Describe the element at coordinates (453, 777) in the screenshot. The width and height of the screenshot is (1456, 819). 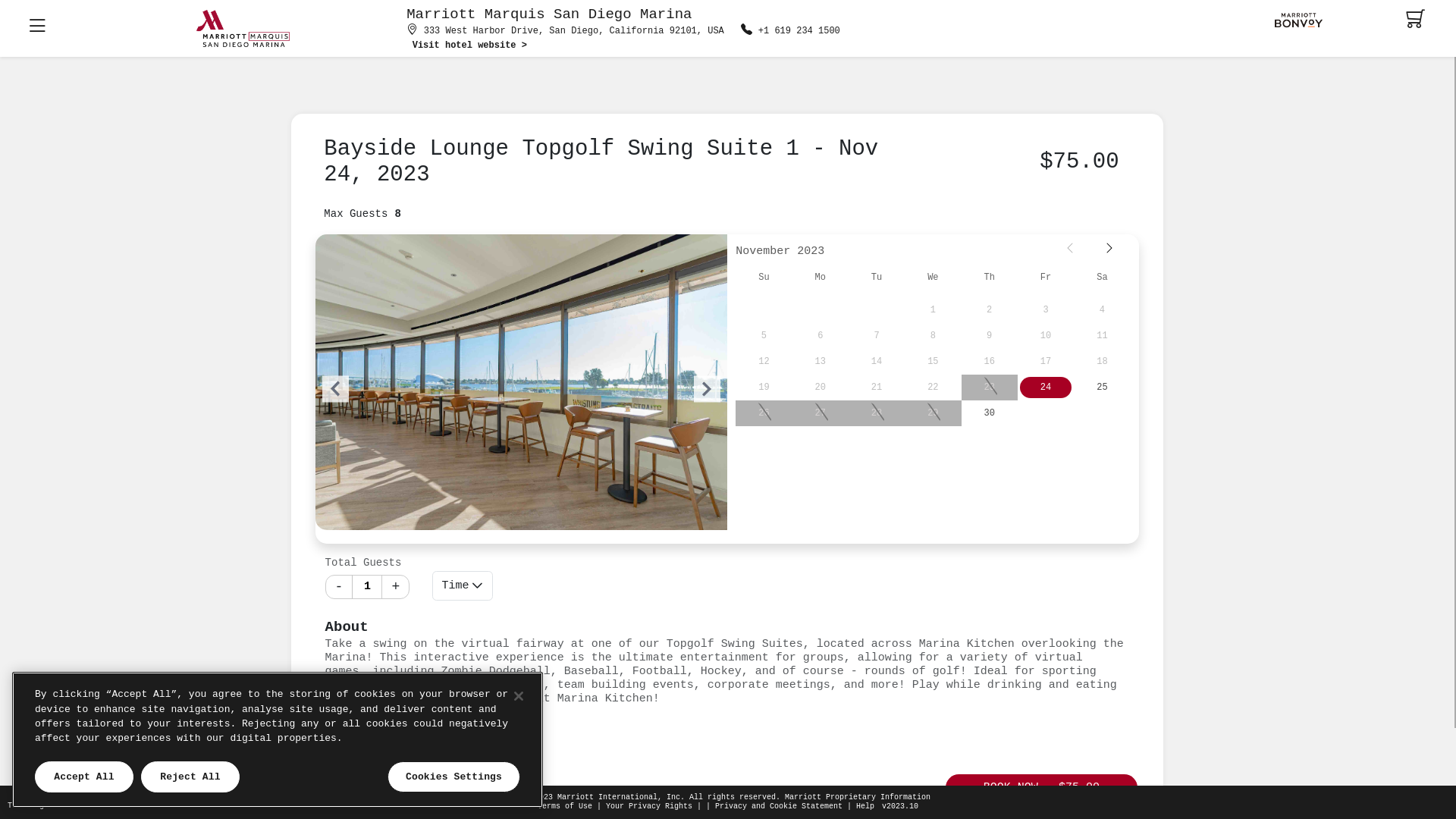
I see `'Cookies Settings'` at that location.